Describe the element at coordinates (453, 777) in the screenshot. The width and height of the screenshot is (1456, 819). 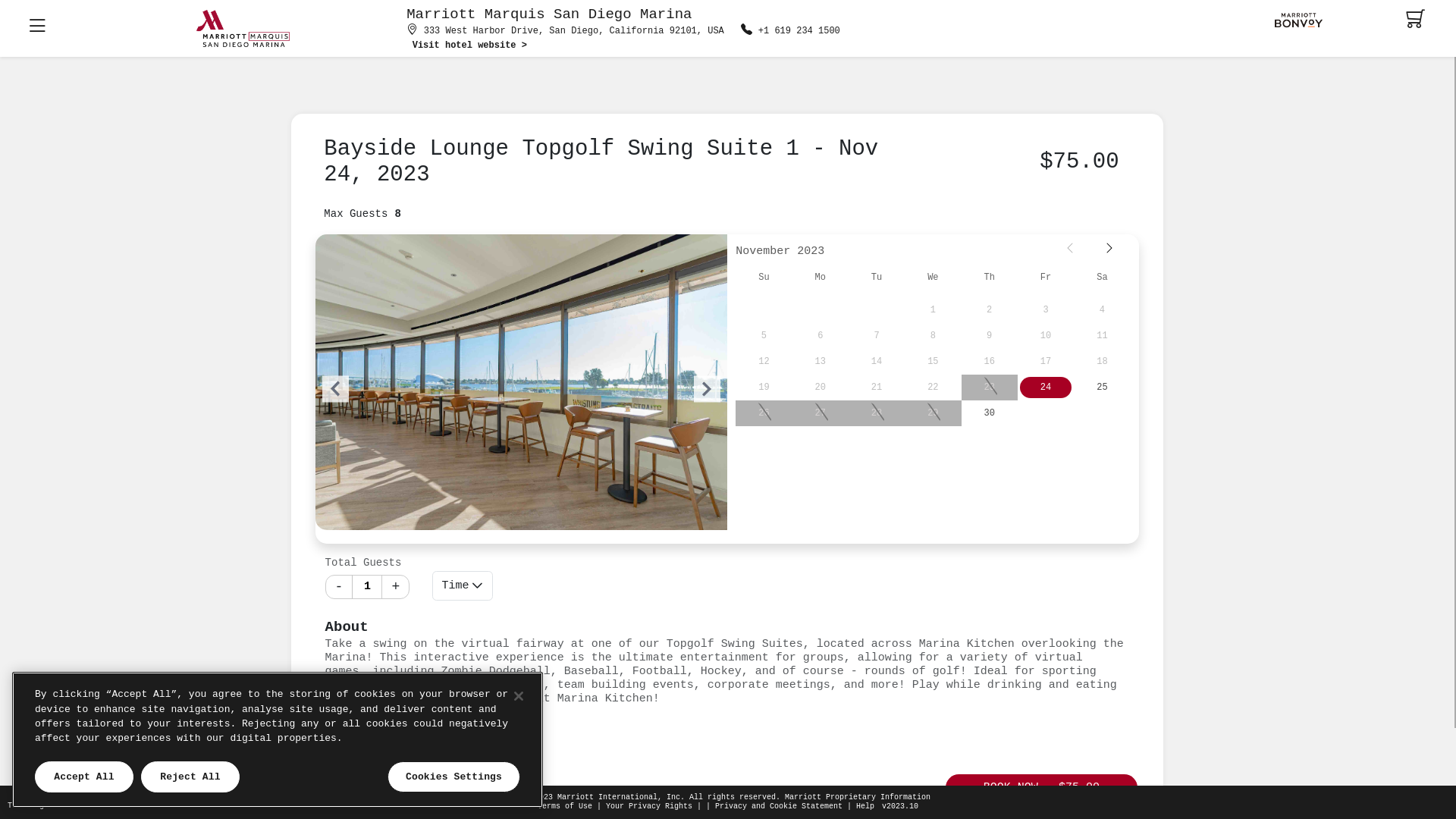
I see `'Cookies Settings'` at that location.